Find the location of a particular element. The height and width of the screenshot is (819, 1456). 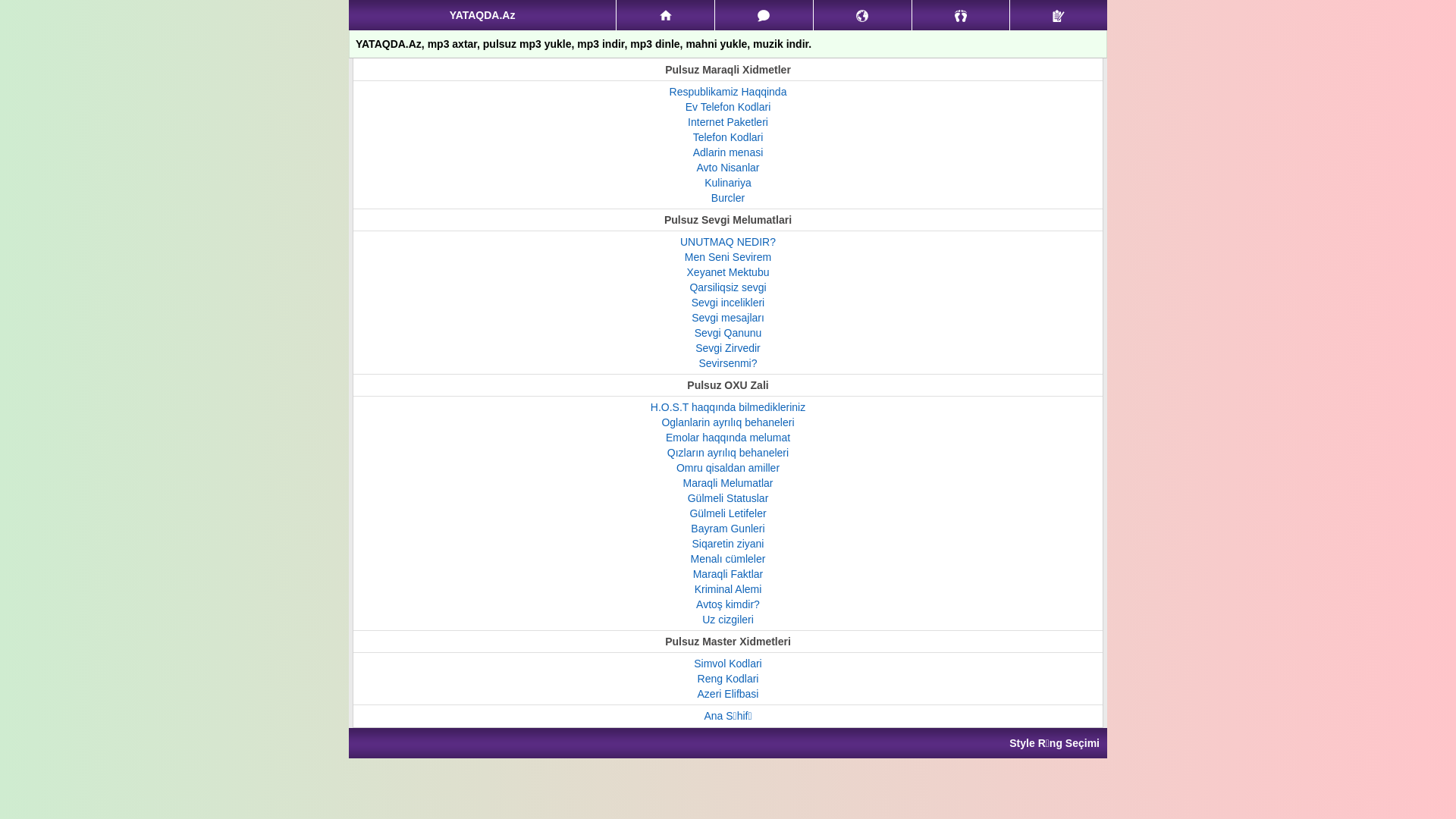

'Internet Paketleri' is located at coordinates (728, 121).